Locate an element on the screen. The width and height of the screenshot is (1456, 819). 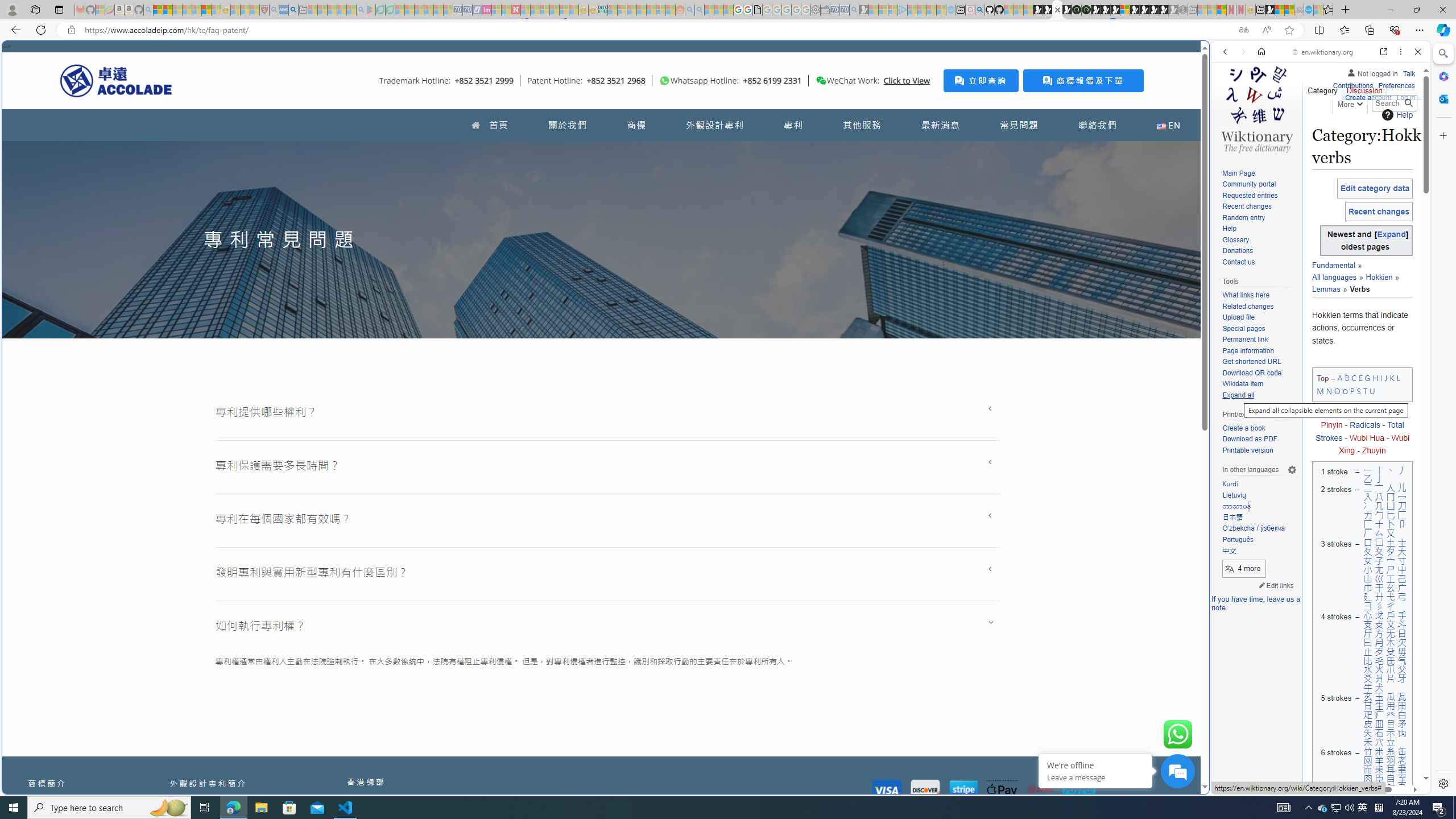
'Community portal' is located at coordinates (1259, 185).